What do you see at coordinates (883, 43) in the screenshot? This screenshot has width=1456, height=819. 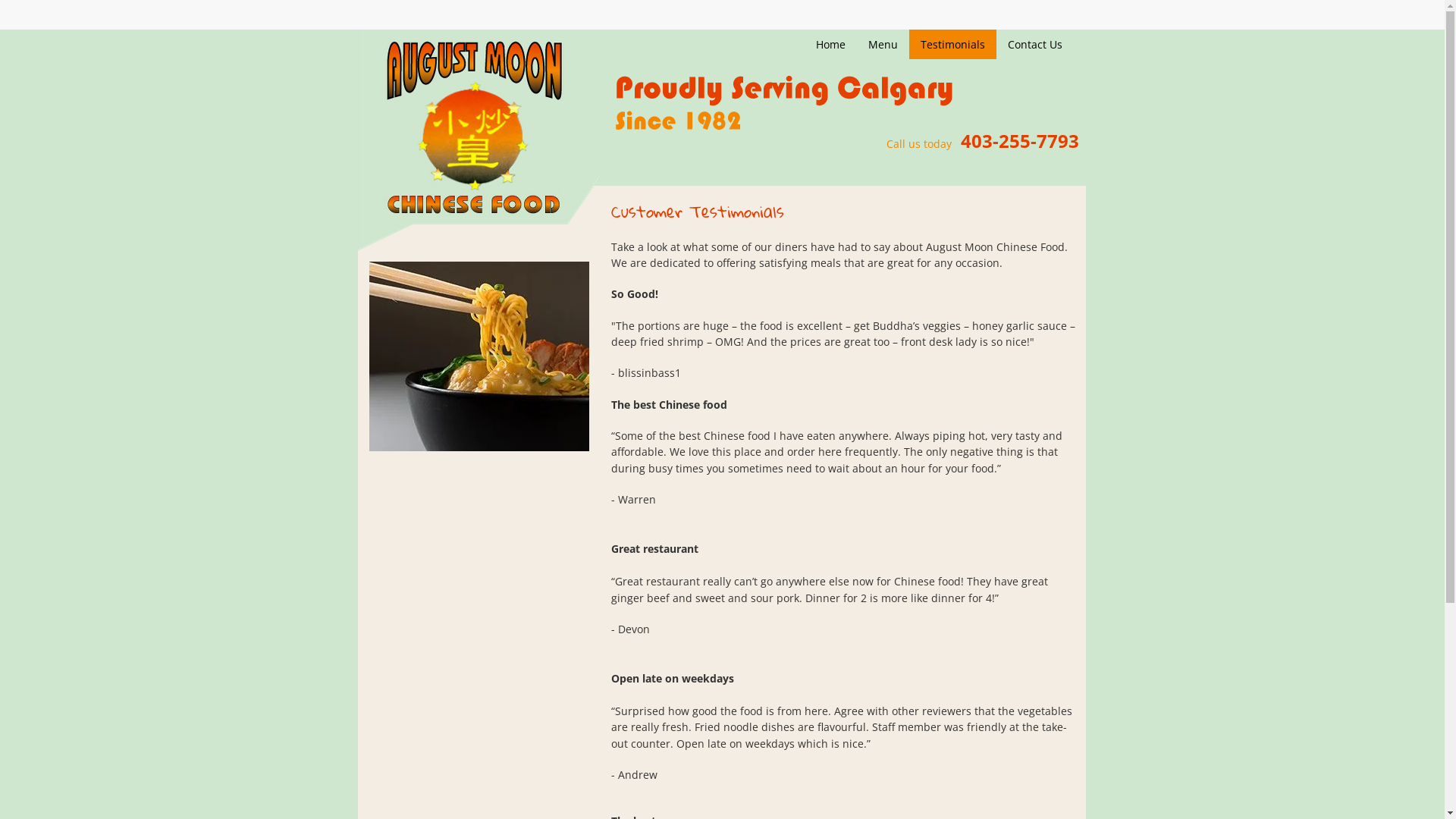 I see `'Menu'` at bounding box center [883, 43].